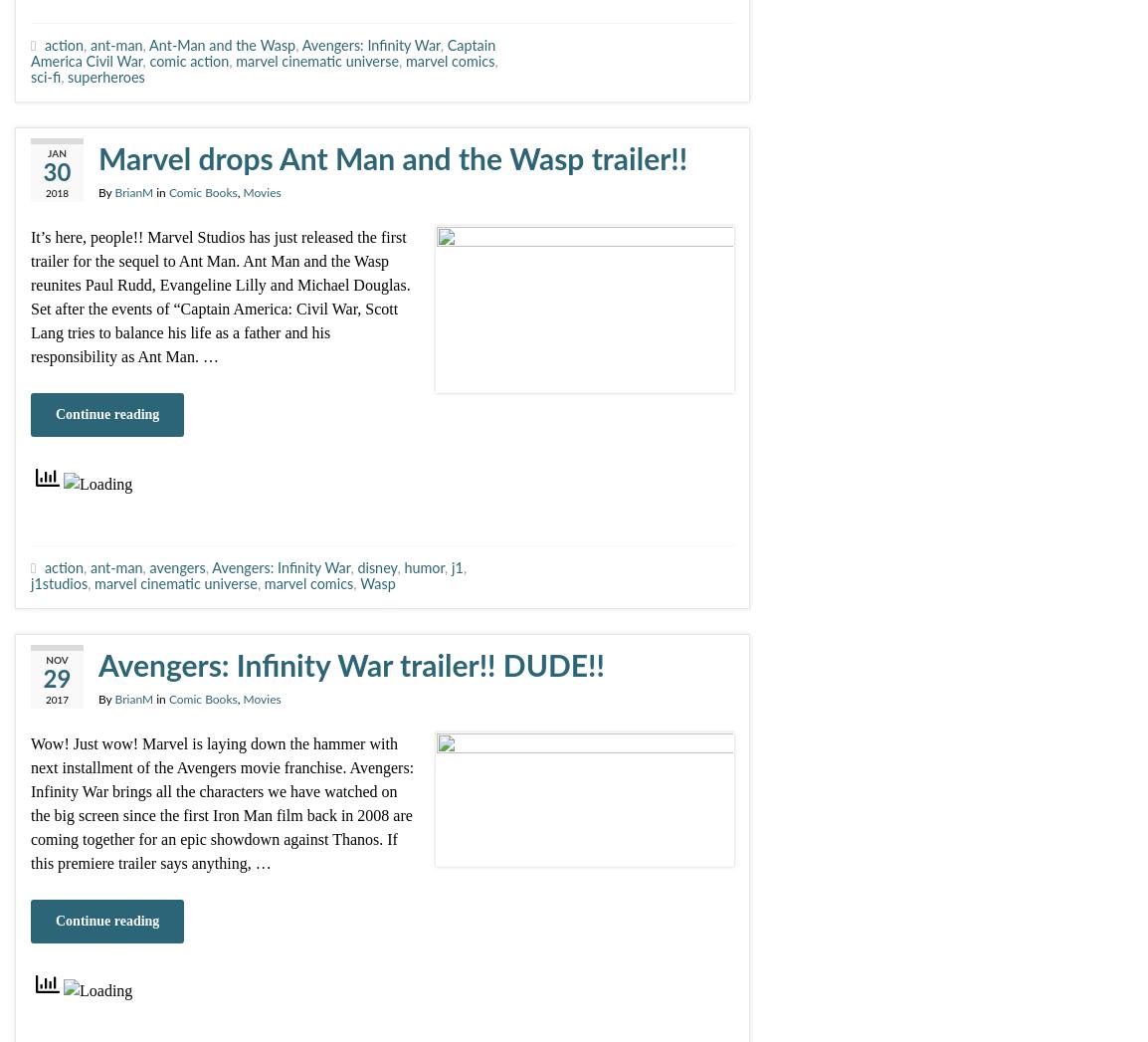  I want to click on 'Avengers: Infinity War trailer!! DUDE!!', so click(351, 667).